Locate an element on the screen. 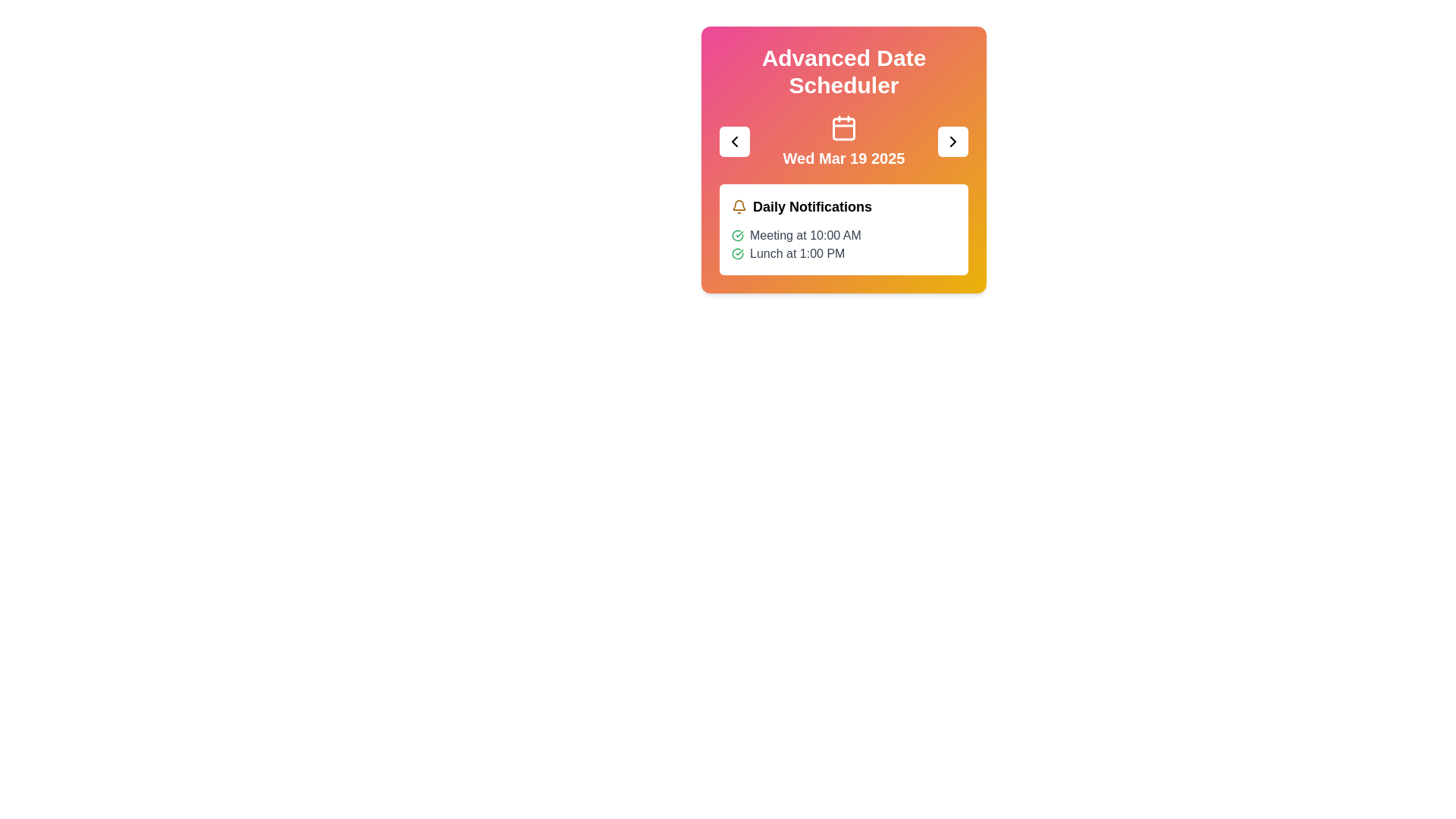 This screenshot has width=1456, height=819. the icon that visually indicates the successful scheduling of the event 'Lunch at 1:00 PM', located in the top-left corner of the bounding box containing the text is located at coordinates (738, 253).